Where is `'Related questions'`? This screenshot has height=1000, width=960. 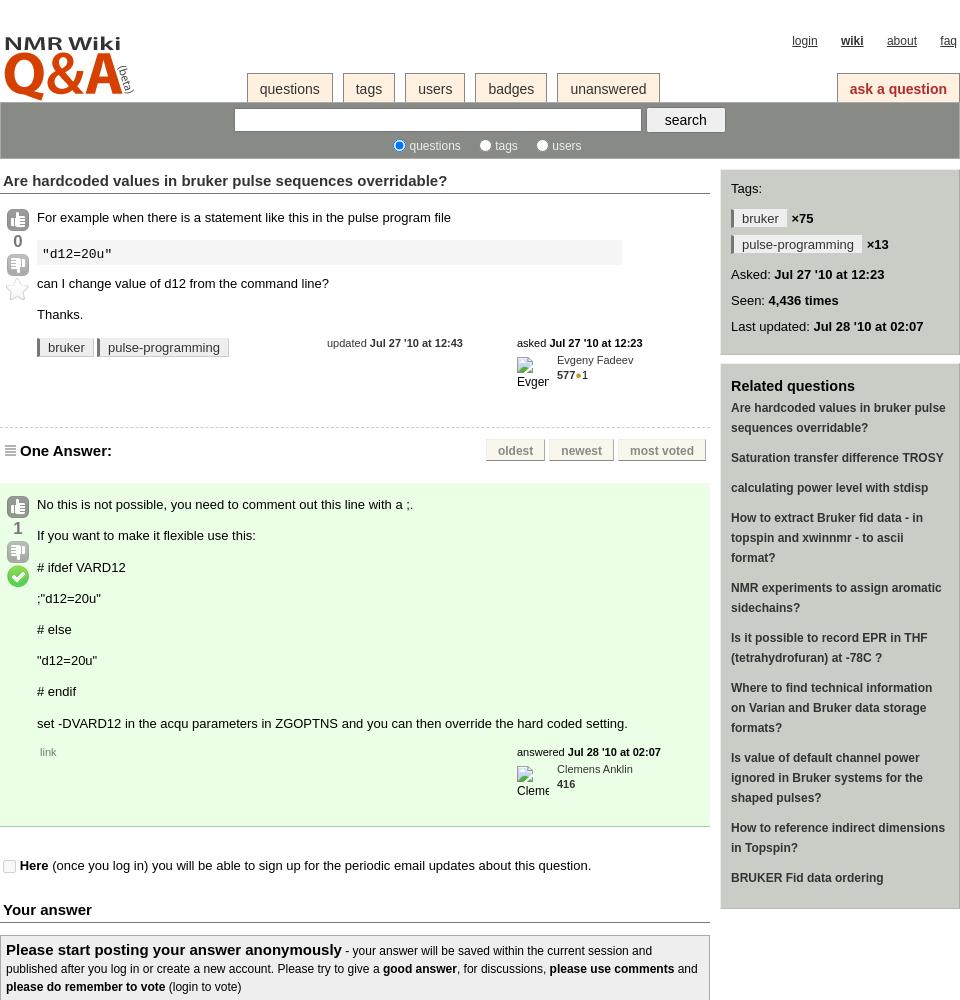 'Related questions' is located at coordinates (792, 386).